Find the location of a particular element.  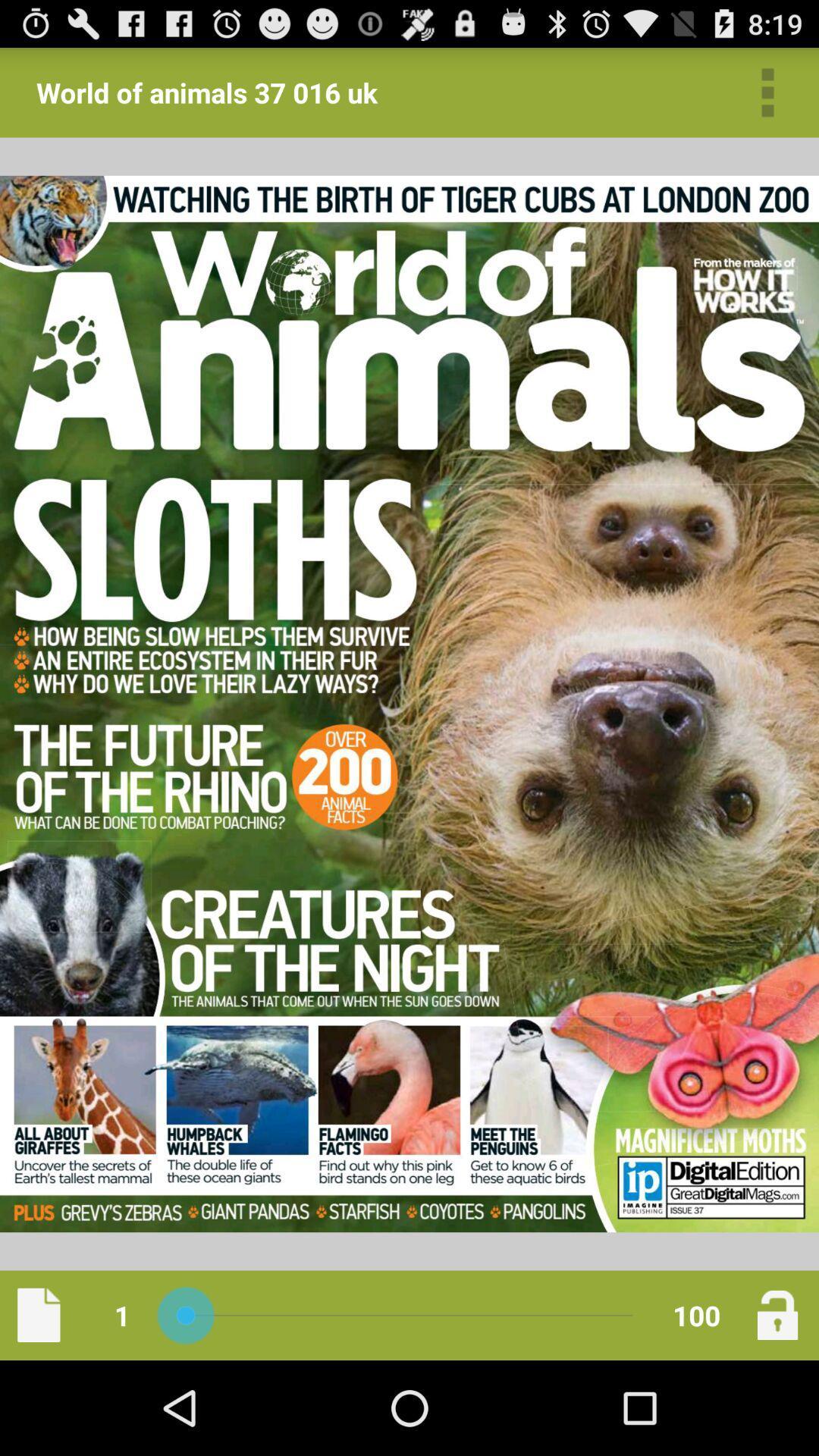

app to the right of the world of animals app is located at coordinates (767, 92).